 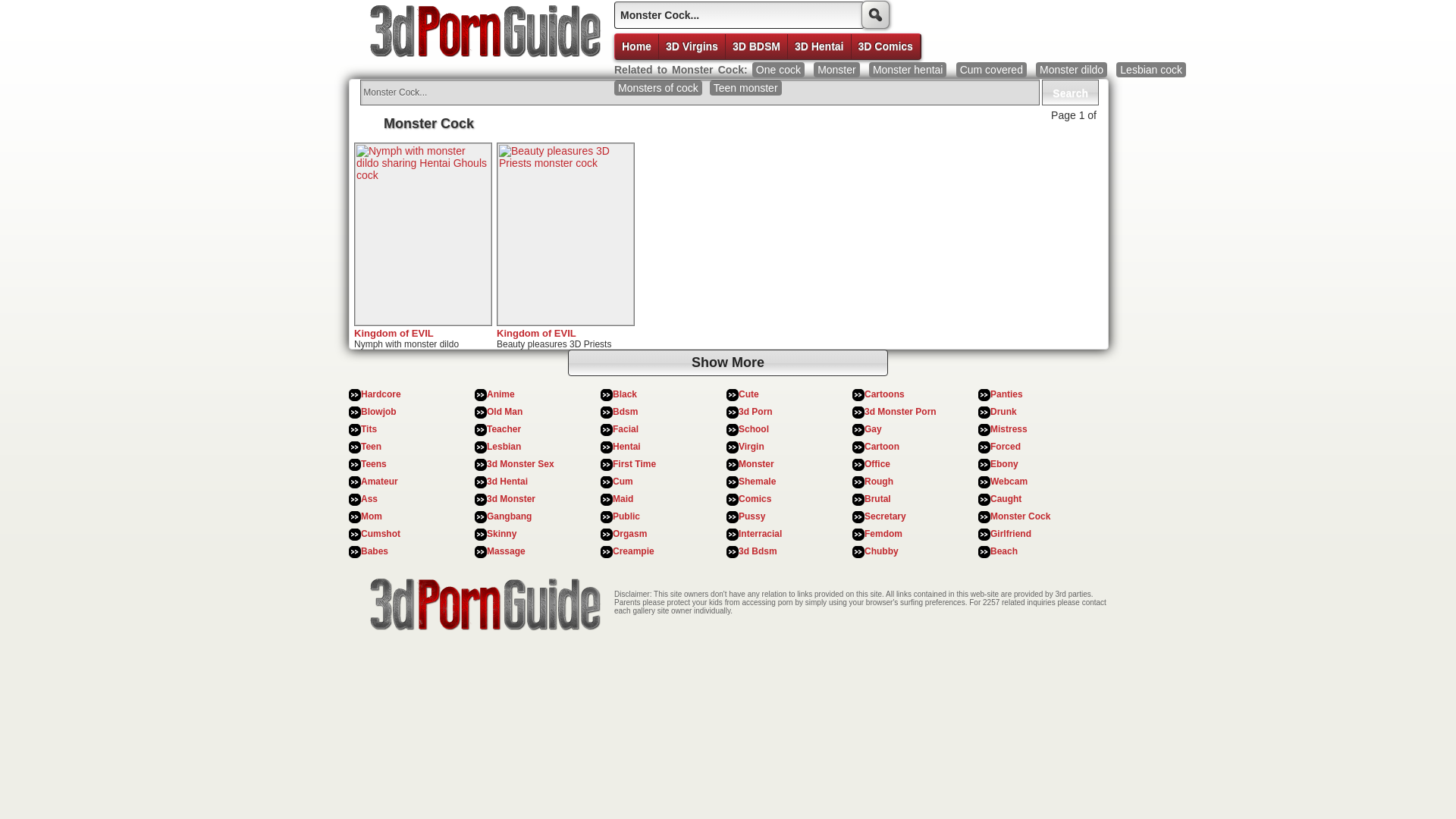 I want to click on 'Monster dildo', so click(x=1070, y=70).